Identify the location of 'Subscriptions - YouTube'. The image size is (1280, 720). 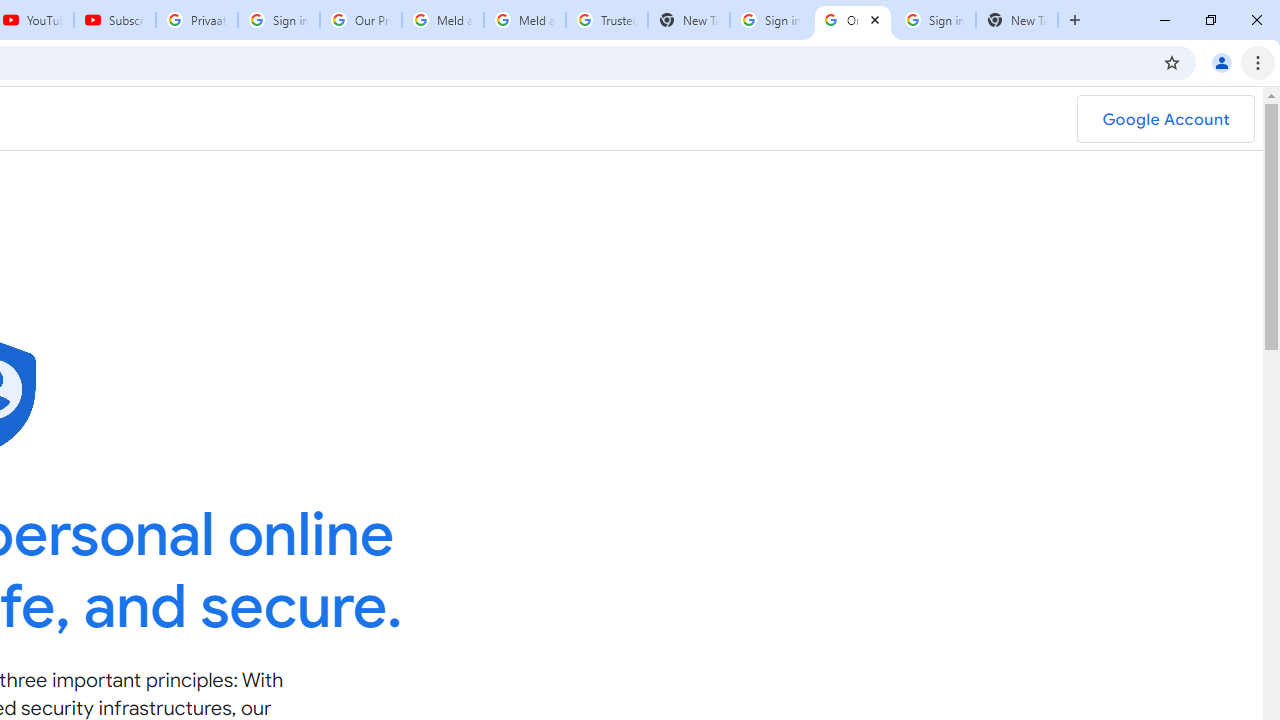
(114, 20).